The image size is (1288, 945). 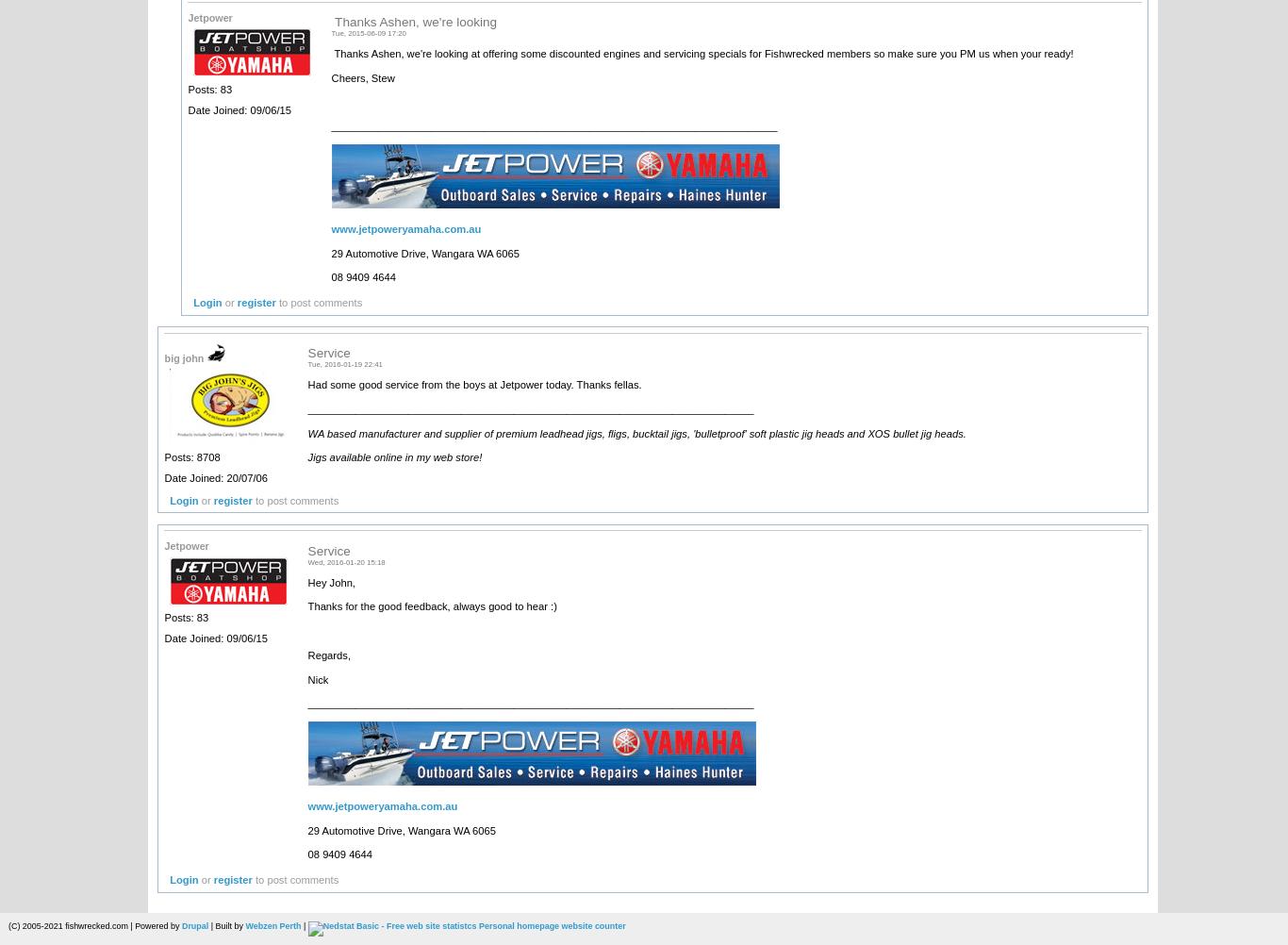 What do you see at coordinates (307, 605) in the screenshot?
I see `'Thanks for the good feedback, always good to hear :)'` at bounding box center [307, 605].